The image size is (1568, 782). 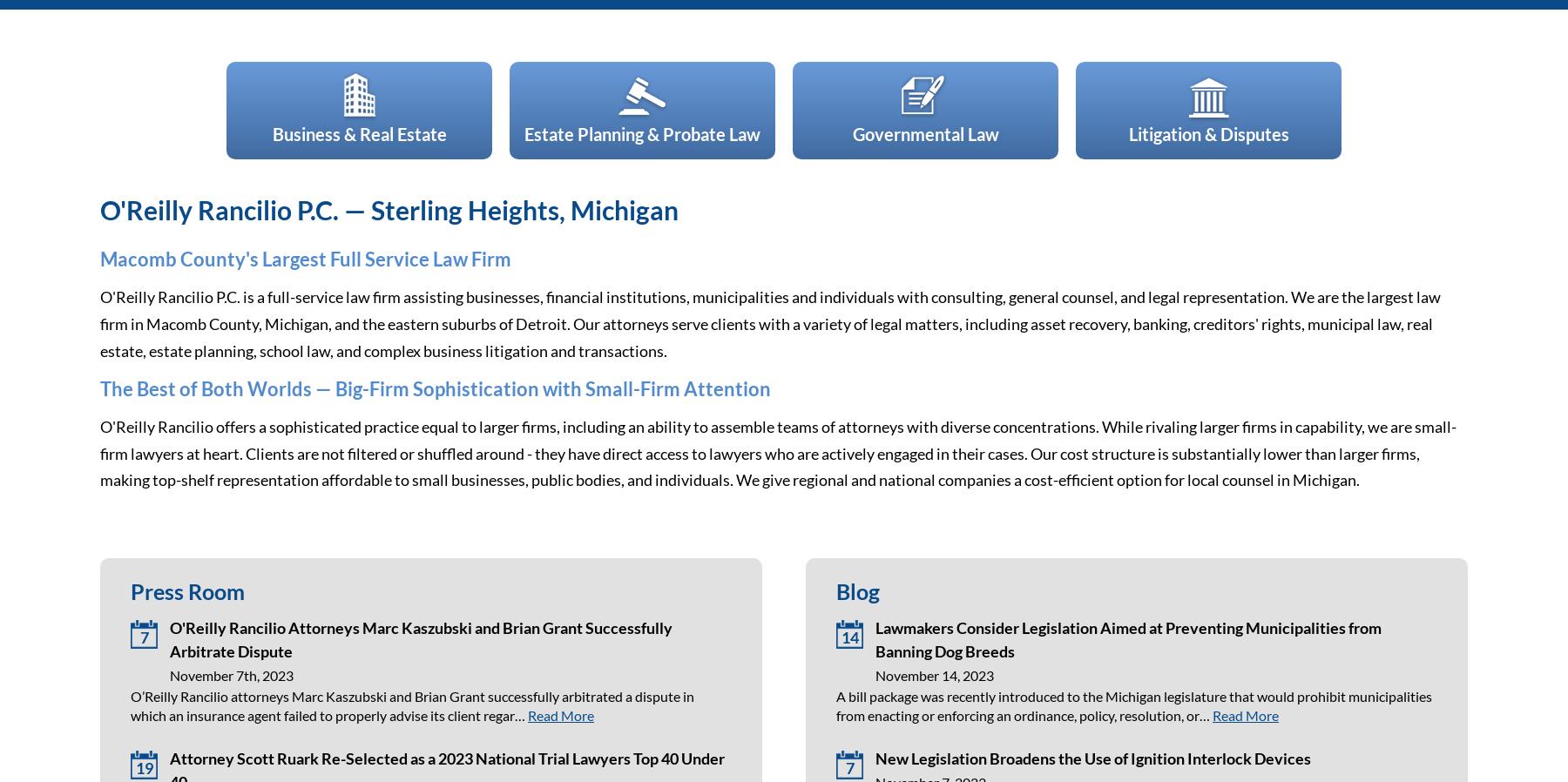 What do you see at coordinates (835, 704) in the screenshot?
I see `'A bill package was recently introduced to the Michigan legislature that would prohibit municipalities from enacting or enforcing an ordinance, policy, resolution, or…'` at bounding box center [835, 704].